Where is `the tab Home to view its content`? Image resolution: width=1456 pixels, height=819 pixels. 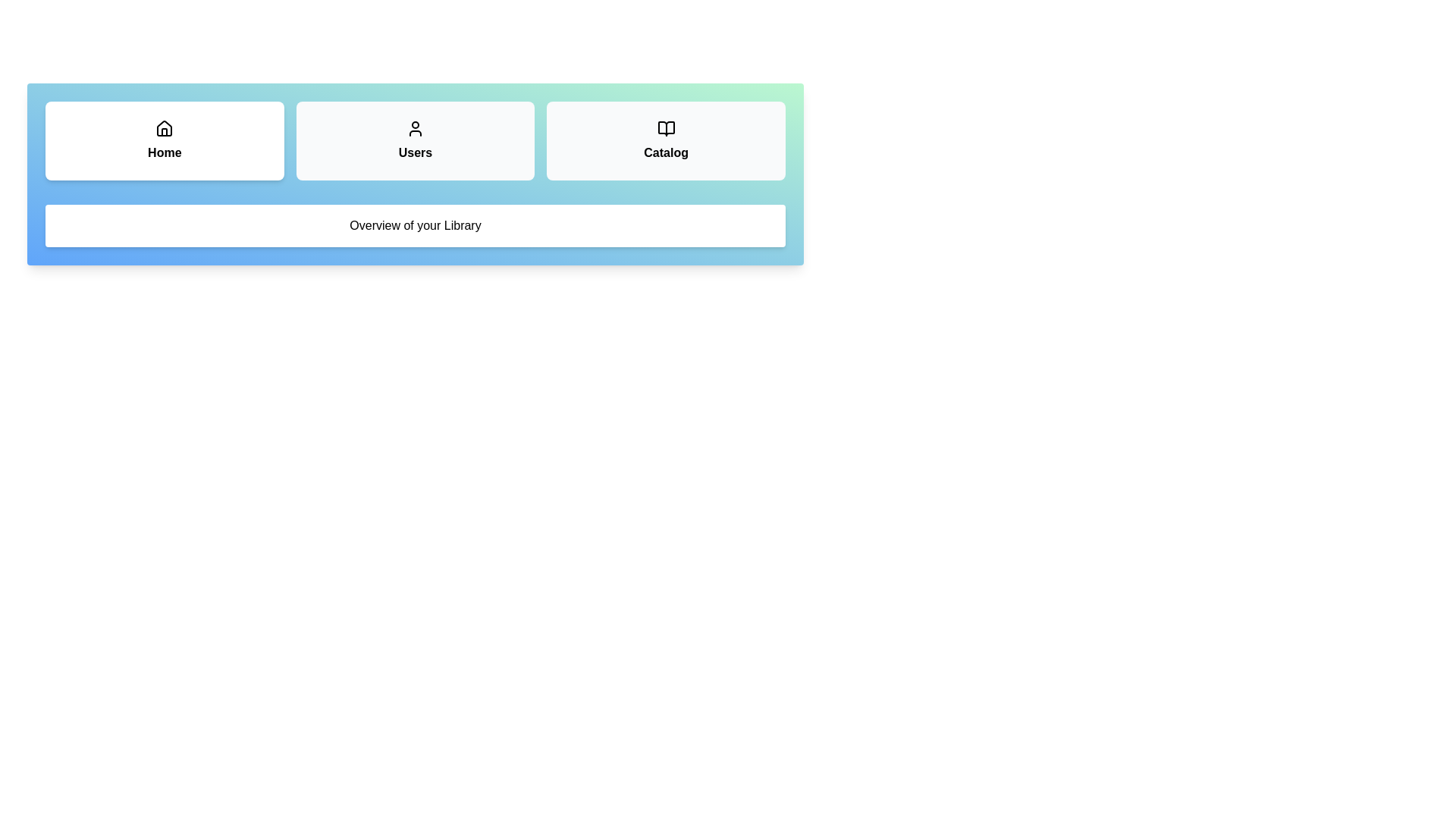 the tab Home to view its content is located at coordinates (164, 140).